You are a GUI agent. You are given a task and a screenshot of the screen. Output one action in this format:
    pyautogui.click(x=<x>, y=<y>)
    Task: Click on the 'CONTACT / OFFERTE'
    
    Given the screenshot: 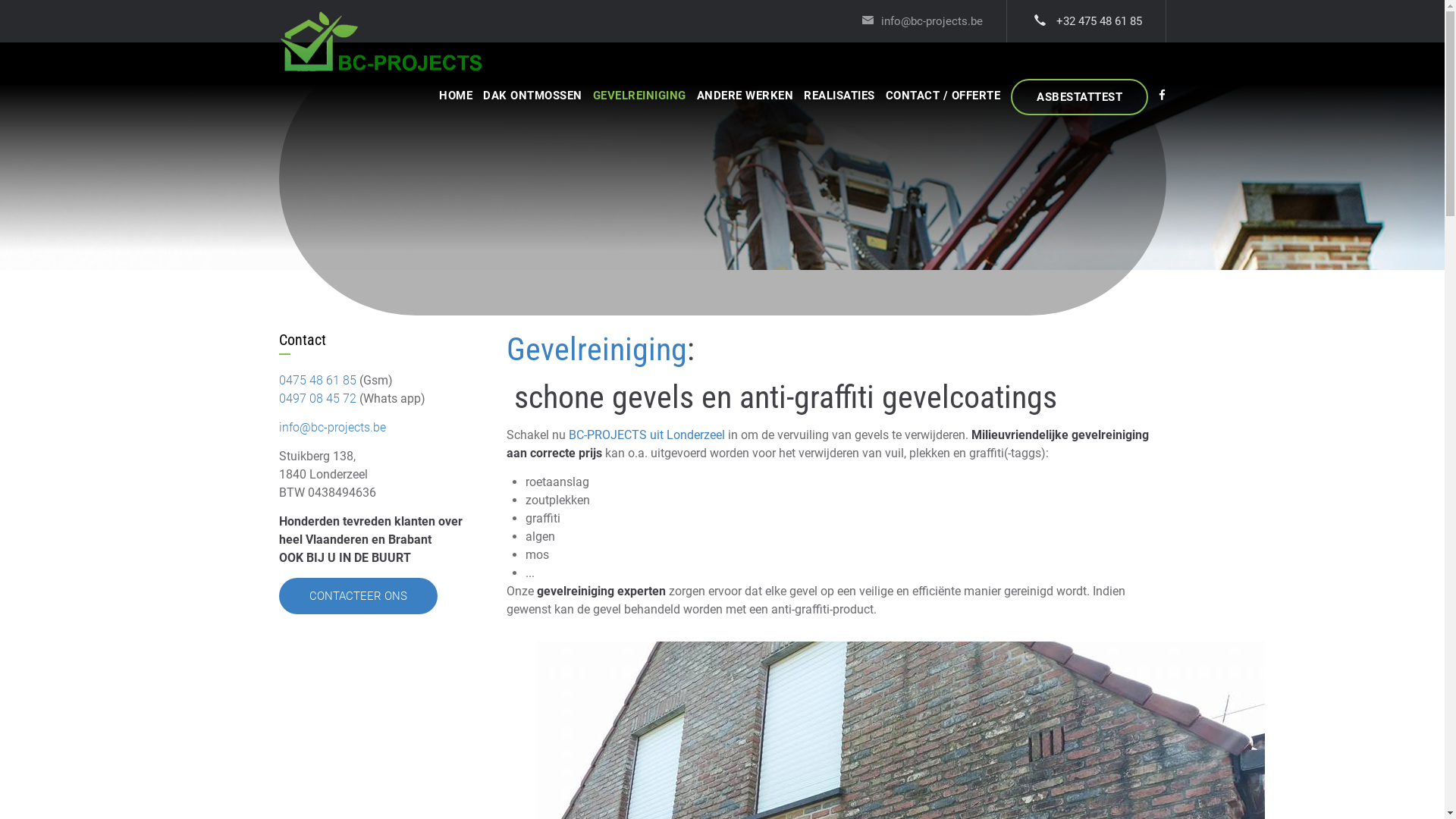 What is the action you would take?
    pyautogui.click(x=942, y=96)
    